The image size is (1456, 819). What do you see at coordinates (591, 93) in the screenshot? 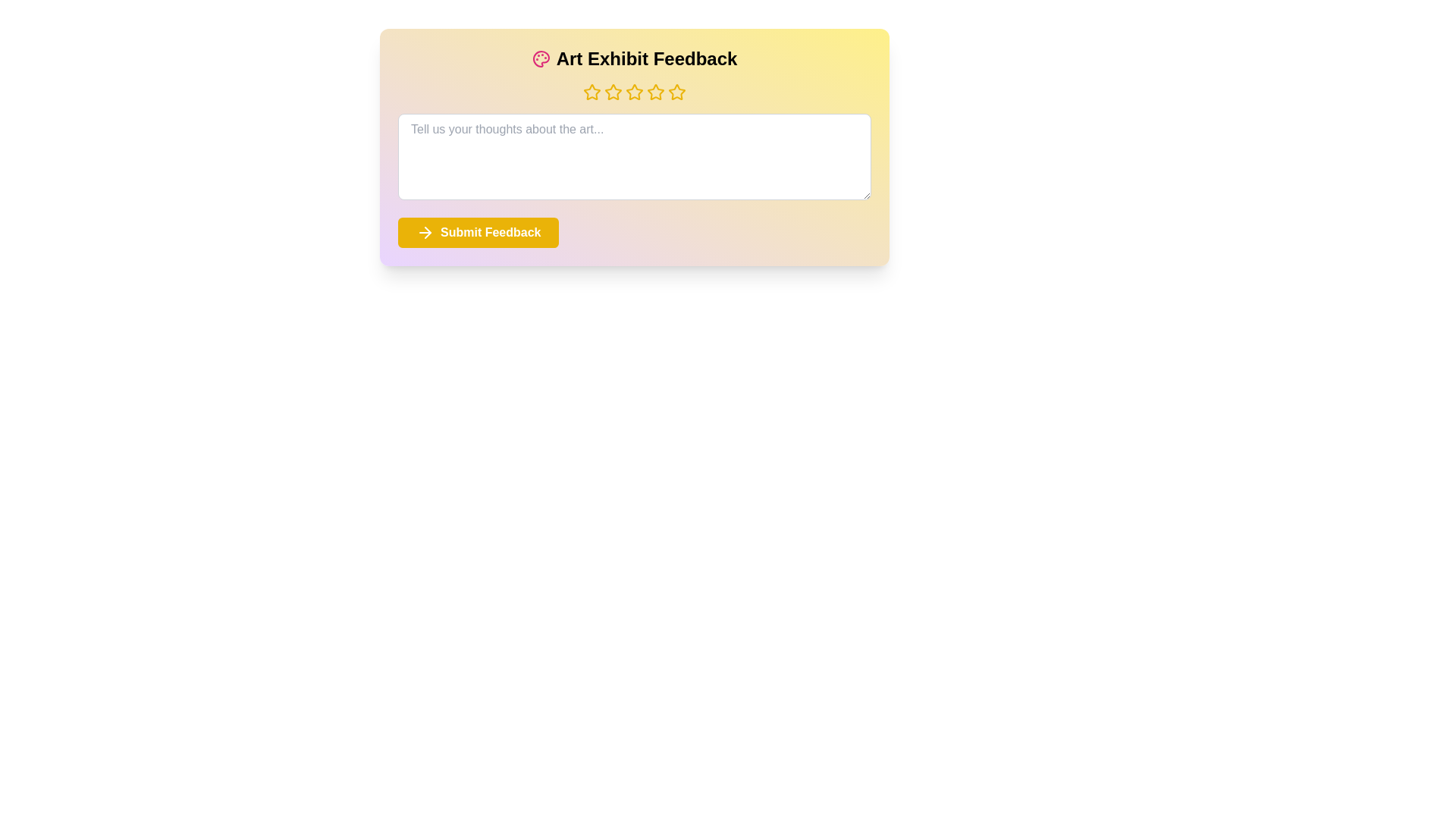
I see `the star rating to 1 stars by clicking on the corresponding star` at bounding box center [591, 93].